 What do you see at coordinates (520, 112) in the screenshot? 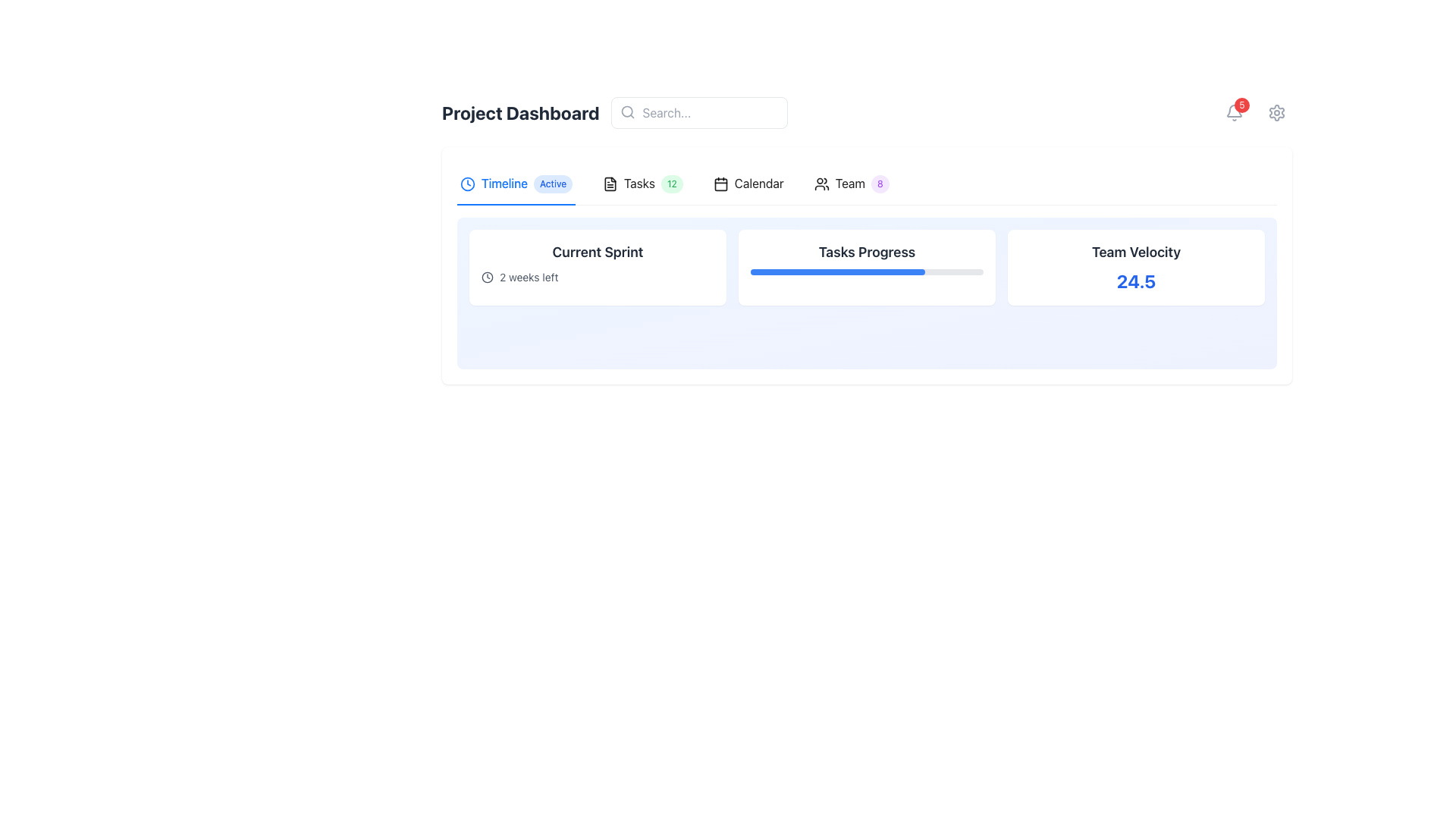
I see `text of the heading that indicates the user is viewing the Project Dashboard, located at the top-left of the page` at bounding box center [520, 112].